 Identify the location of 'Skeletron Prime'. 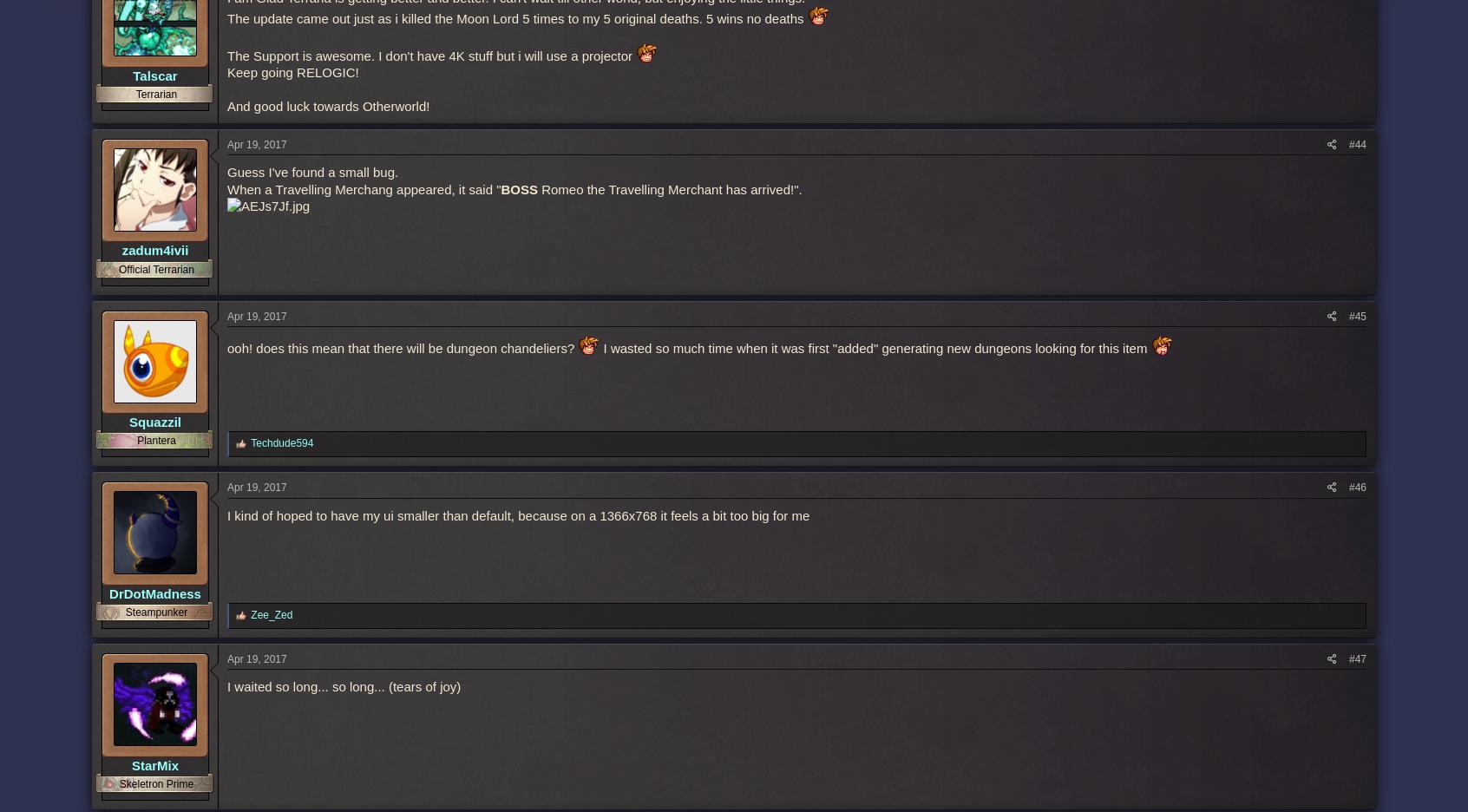
(155, 783).